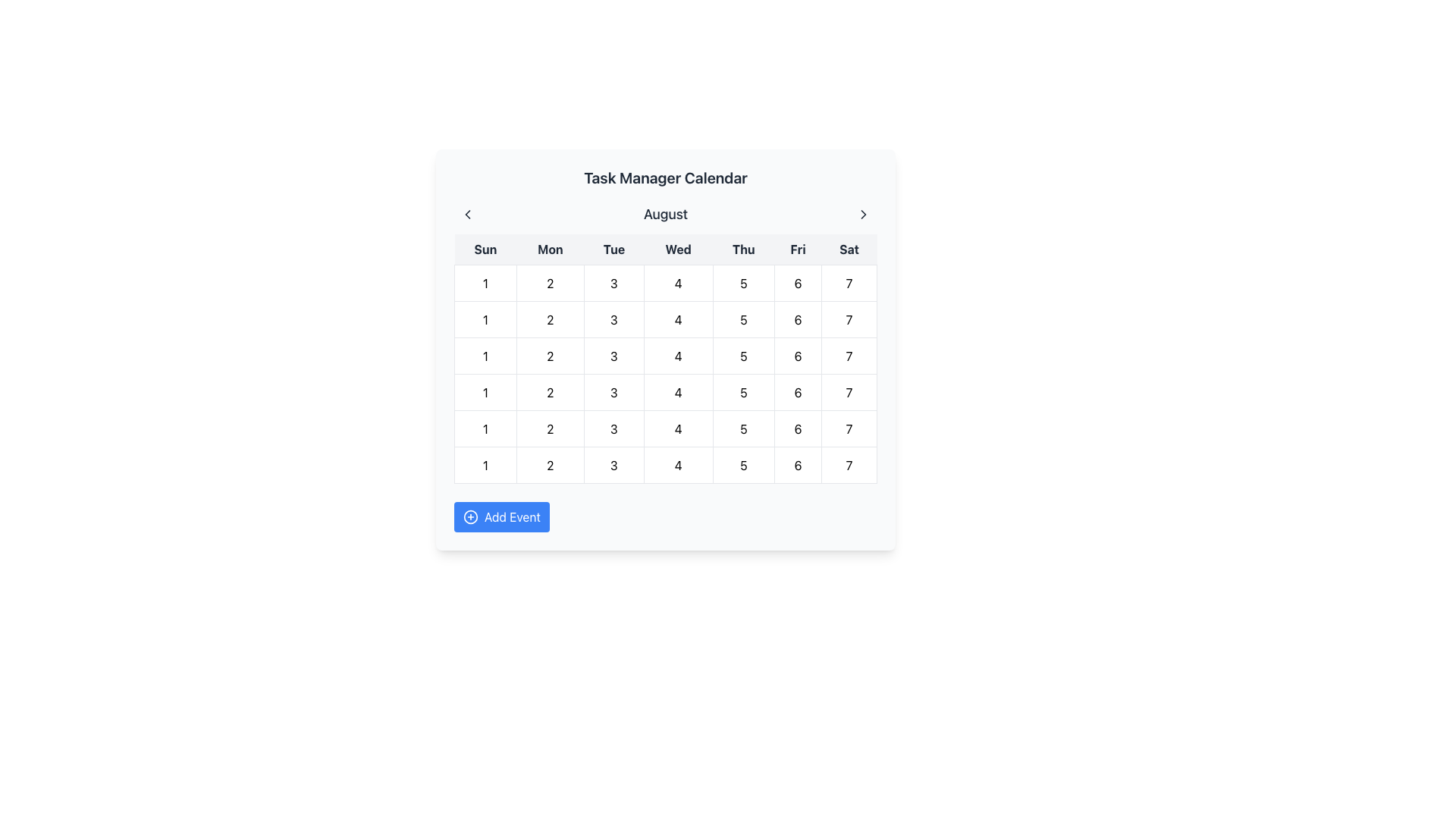  Describe the element at coordinates (797, 318) in the screenshot. I see `the calendar date cell representing the date '6'` at that location.